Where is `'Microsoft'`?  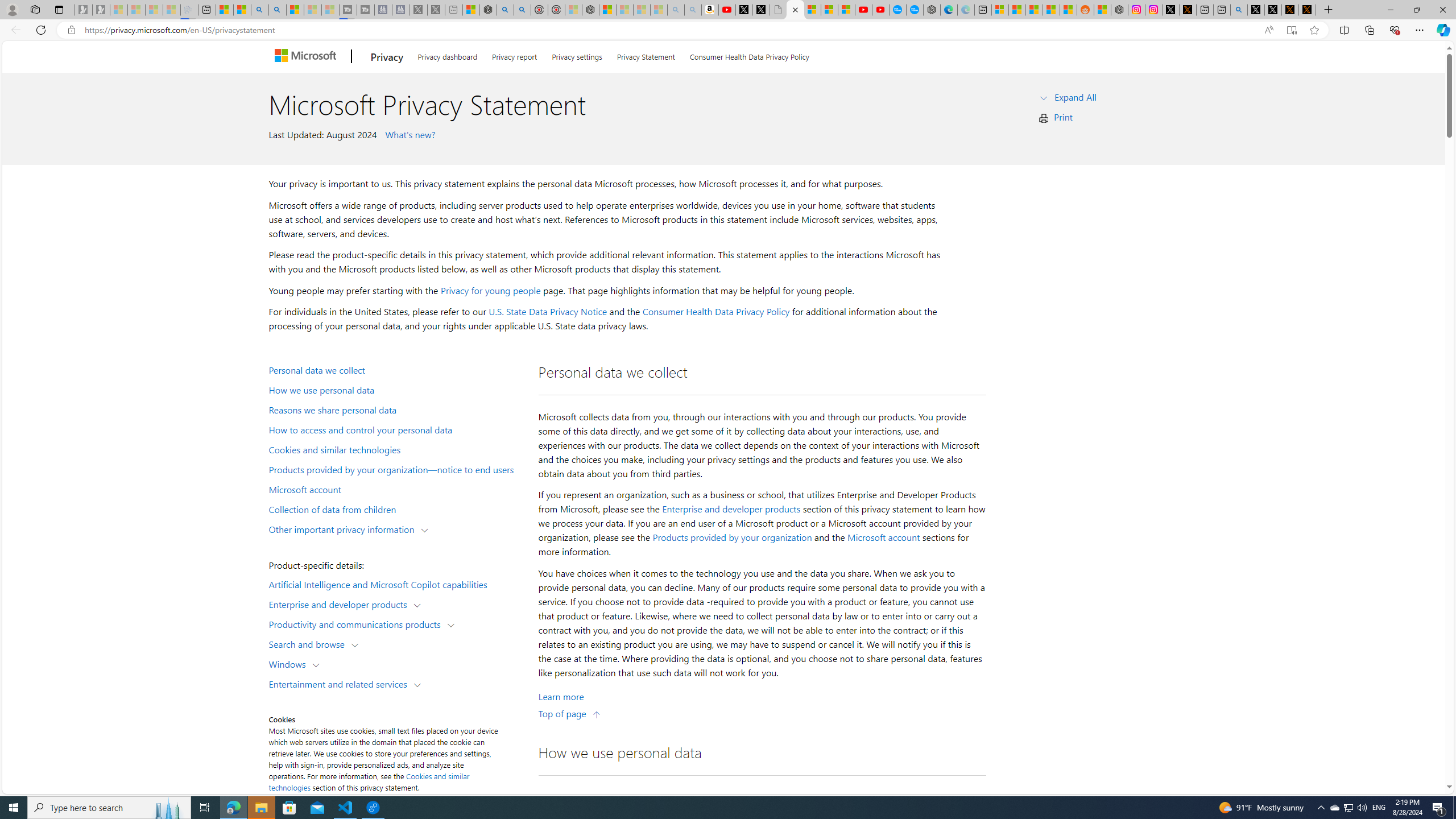 'Microsoft' is located at coordinates (307, 56).